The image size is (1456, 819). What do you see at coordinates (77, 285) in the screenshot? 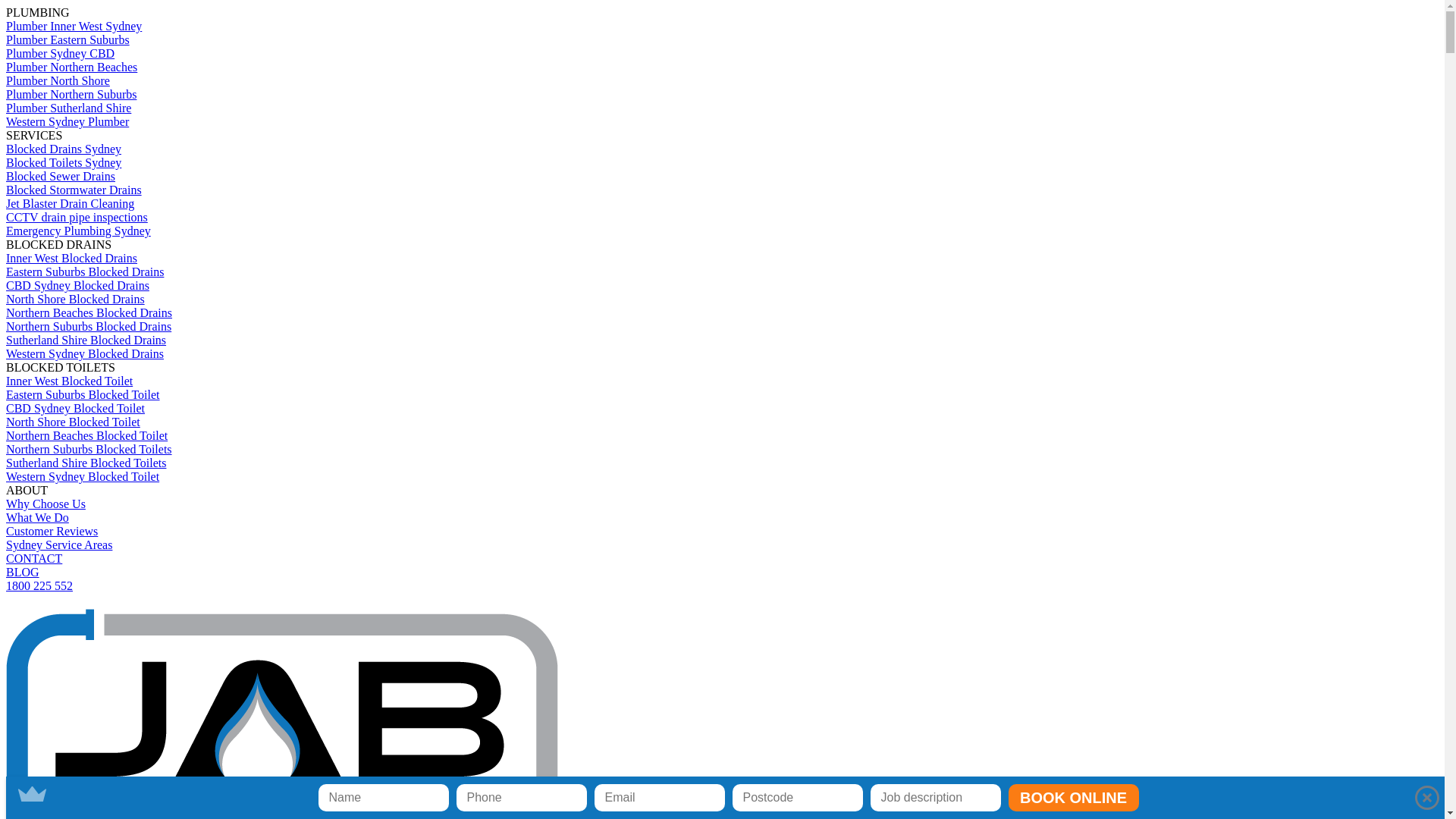
I see `'CBD Sydney Blocked Drains'` at bounding box center [77, 285].